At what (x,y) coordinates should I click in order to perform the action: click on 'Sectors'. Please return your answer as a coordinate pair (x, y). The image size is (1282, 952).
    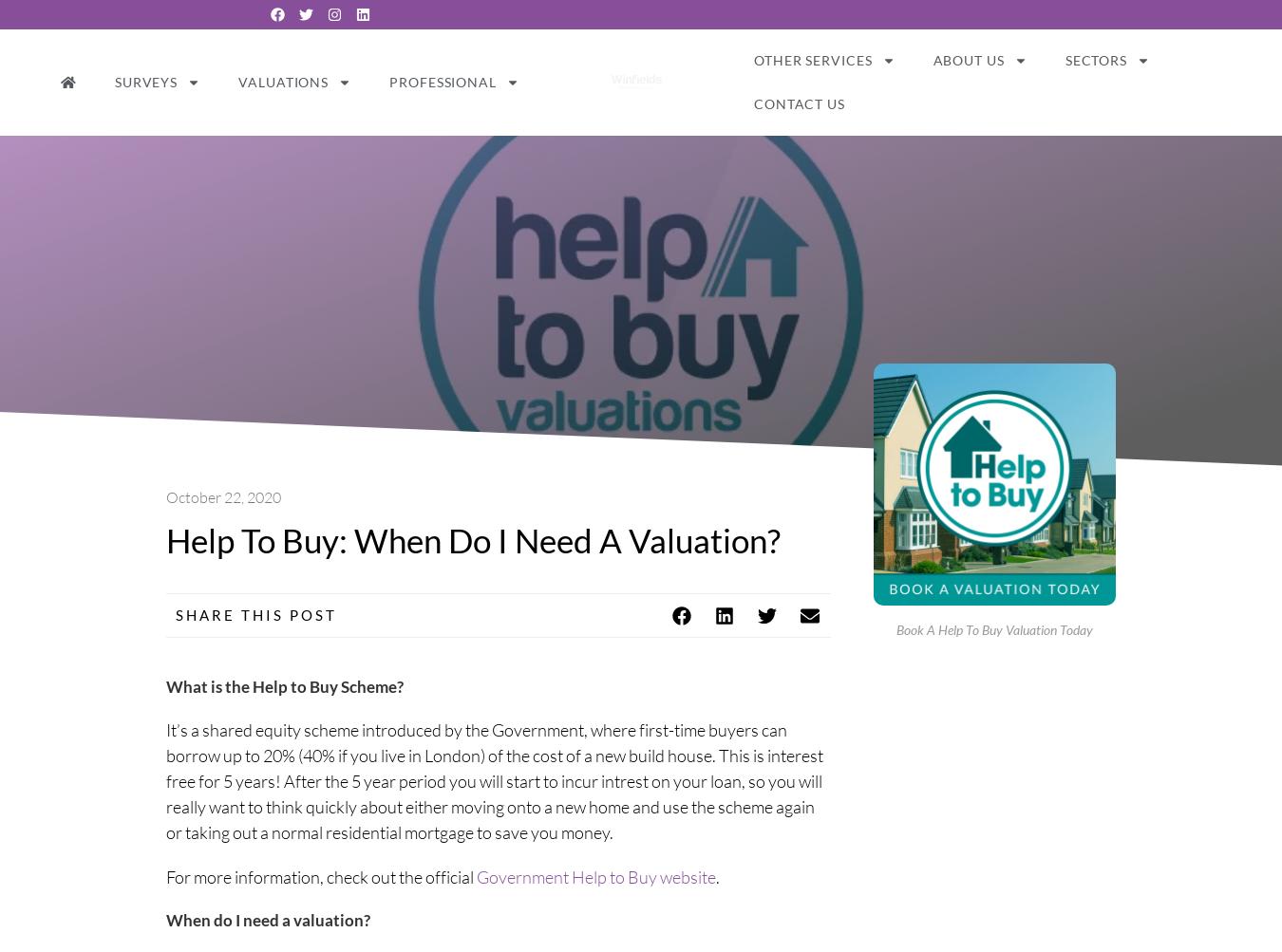
    Looking at the image, I should click on (1094, 59).